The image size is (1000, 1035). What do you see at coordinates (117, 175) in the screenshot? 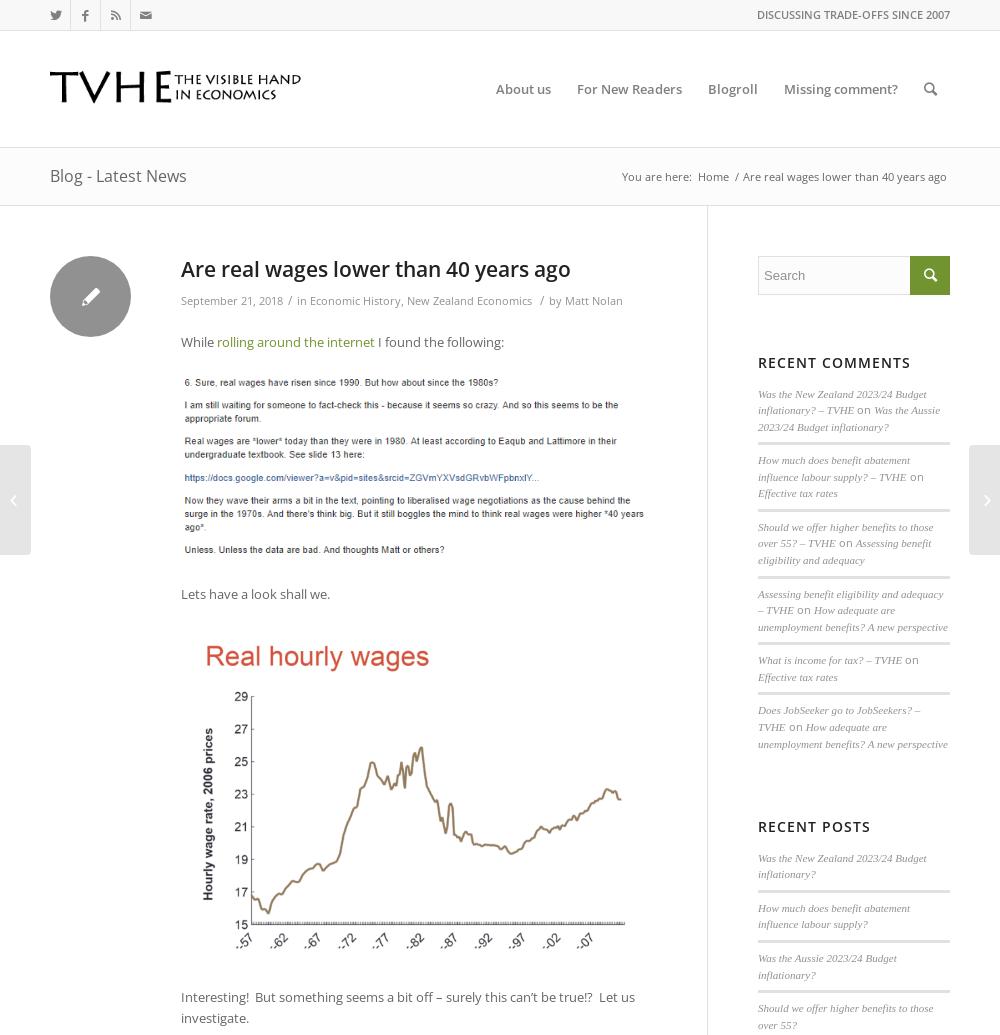
I see `'Blog - Latest News'` at bounding box center [117, 175].